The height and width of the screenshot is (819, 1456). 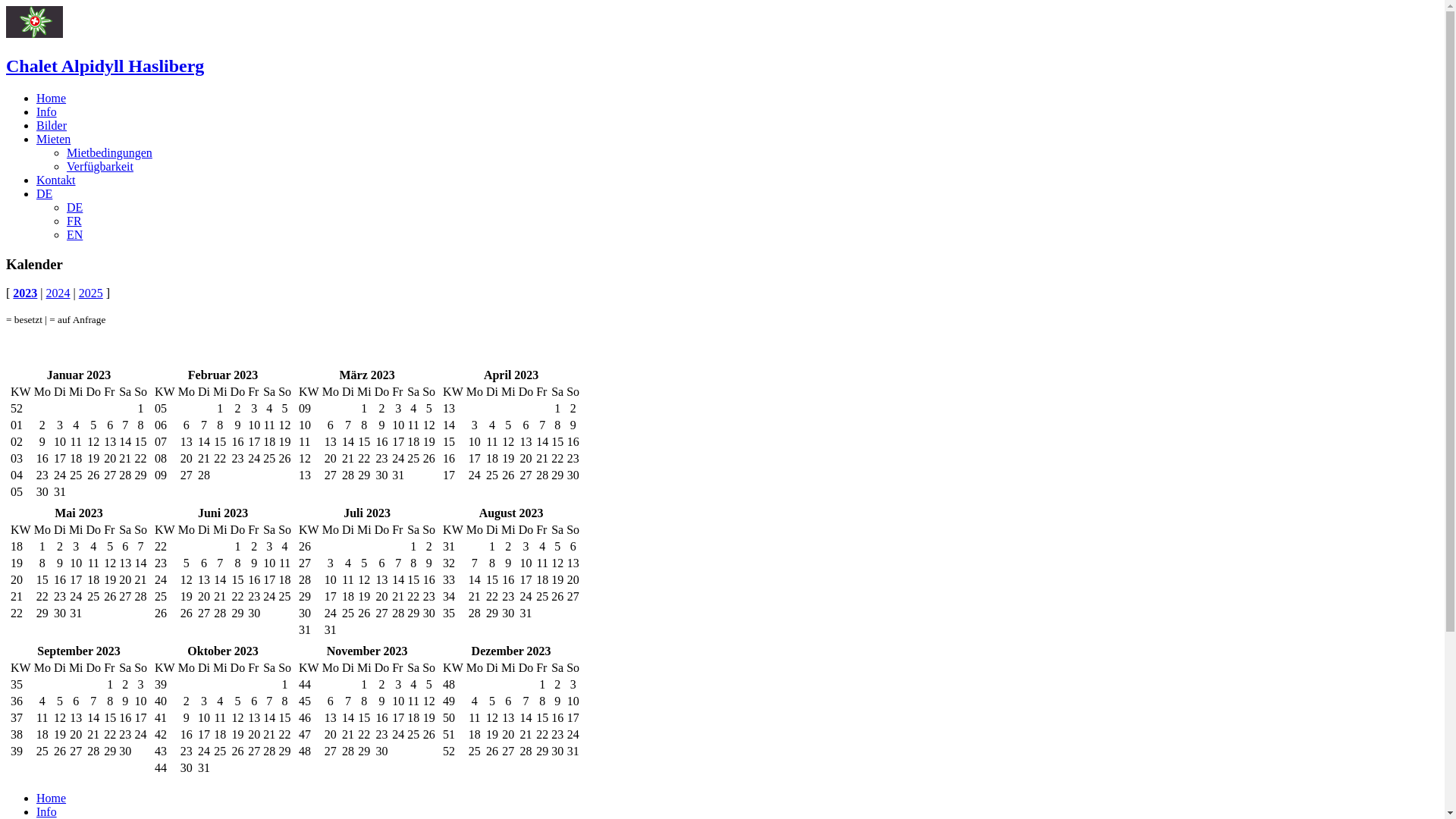 I want to click on 'FR', so click(x=73, y=221).